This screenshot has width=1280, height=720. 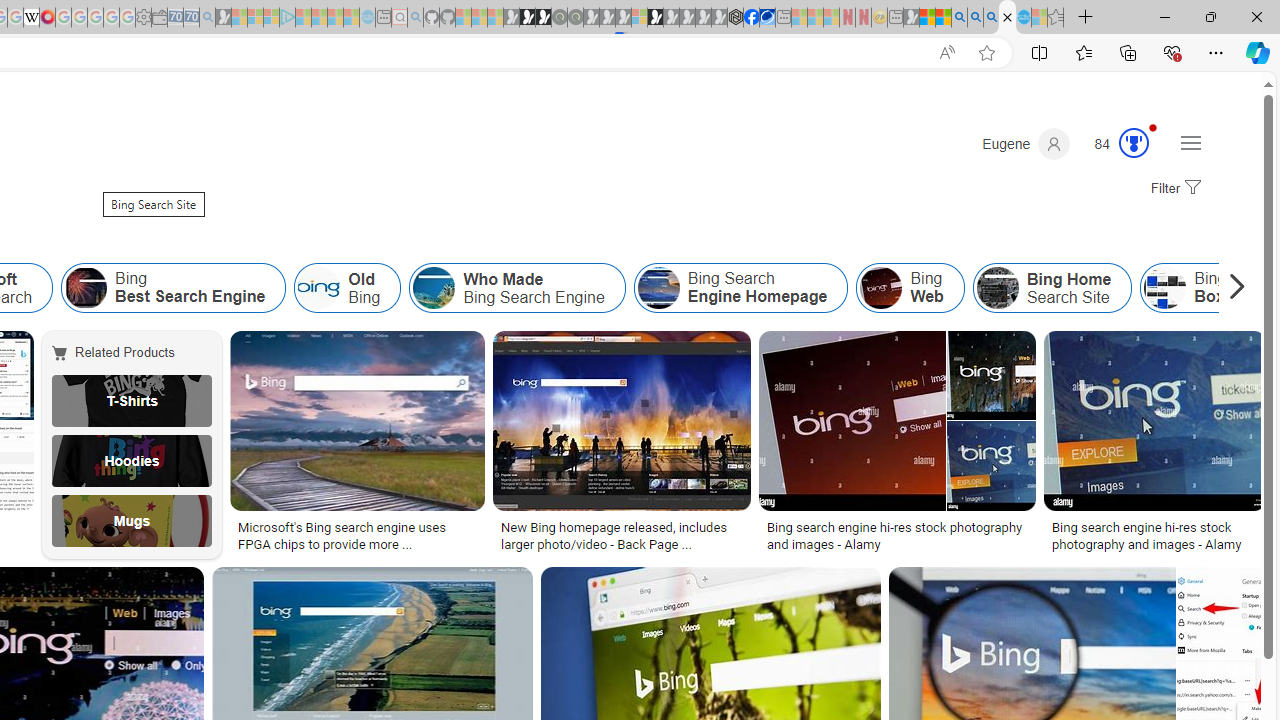 What do you see at coordinates (131, 401) in the screenshot?
I see `'T-Shirts'` at bounding box center [131, 401].